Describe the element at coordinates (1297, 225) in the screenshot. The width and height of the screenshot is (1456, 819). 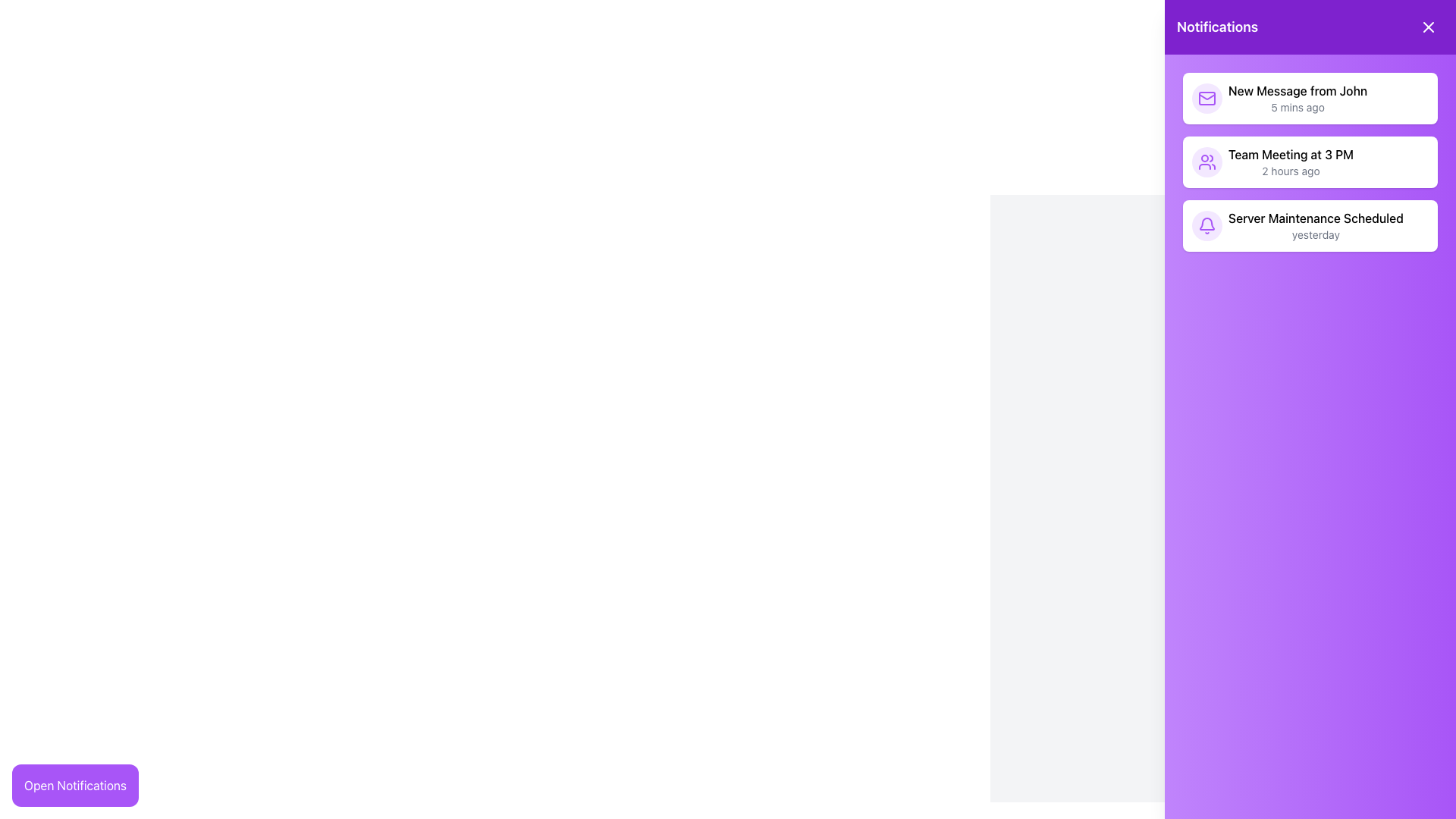
I see `the third notification item in the purple right-hand panel that informs about a scheduled server maintenance event` at that location.